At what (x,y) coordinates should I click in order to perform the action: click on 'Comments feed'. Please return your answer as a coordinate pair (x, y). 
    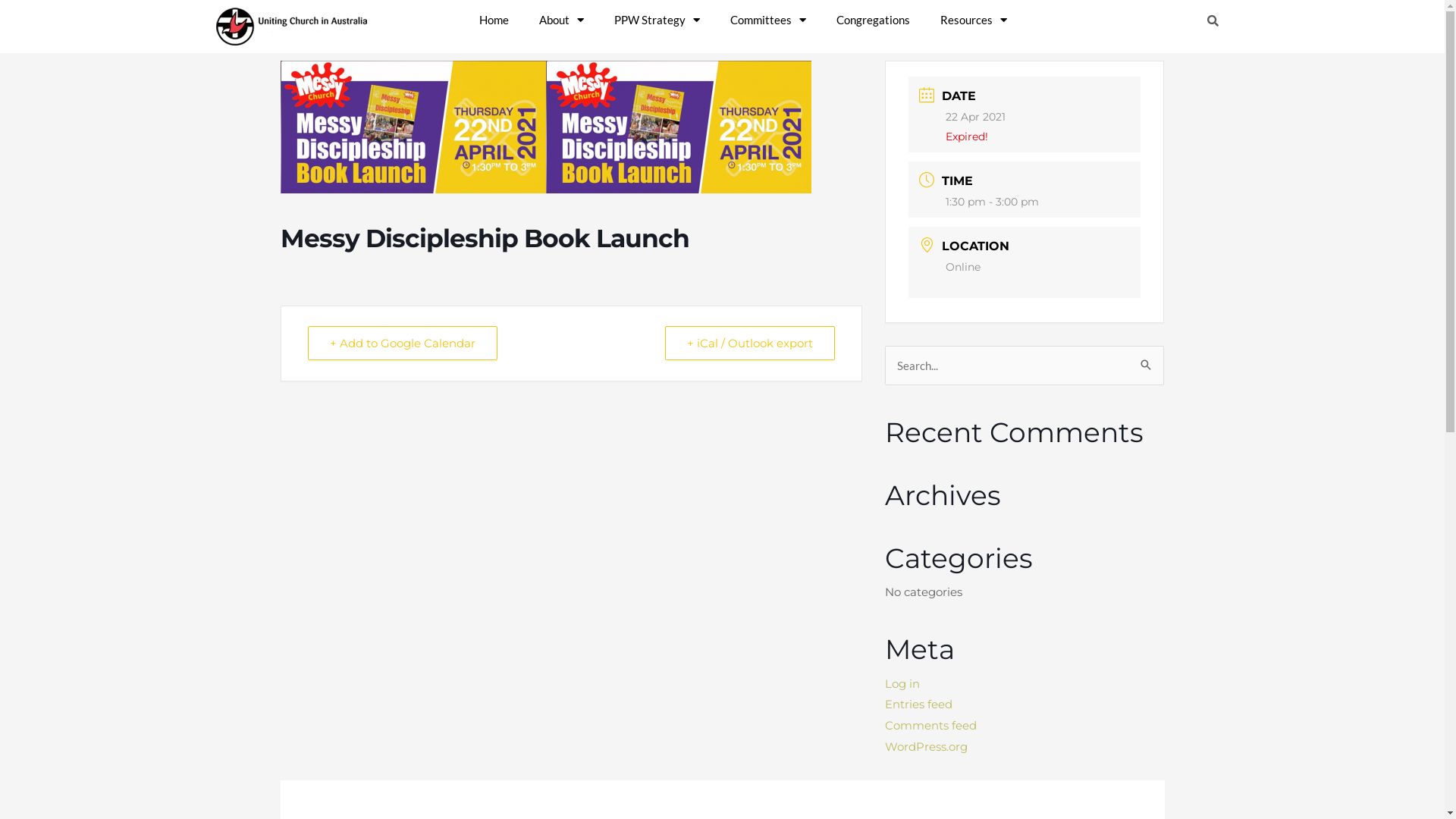
    Looking at the image, I should click on (930, 724).